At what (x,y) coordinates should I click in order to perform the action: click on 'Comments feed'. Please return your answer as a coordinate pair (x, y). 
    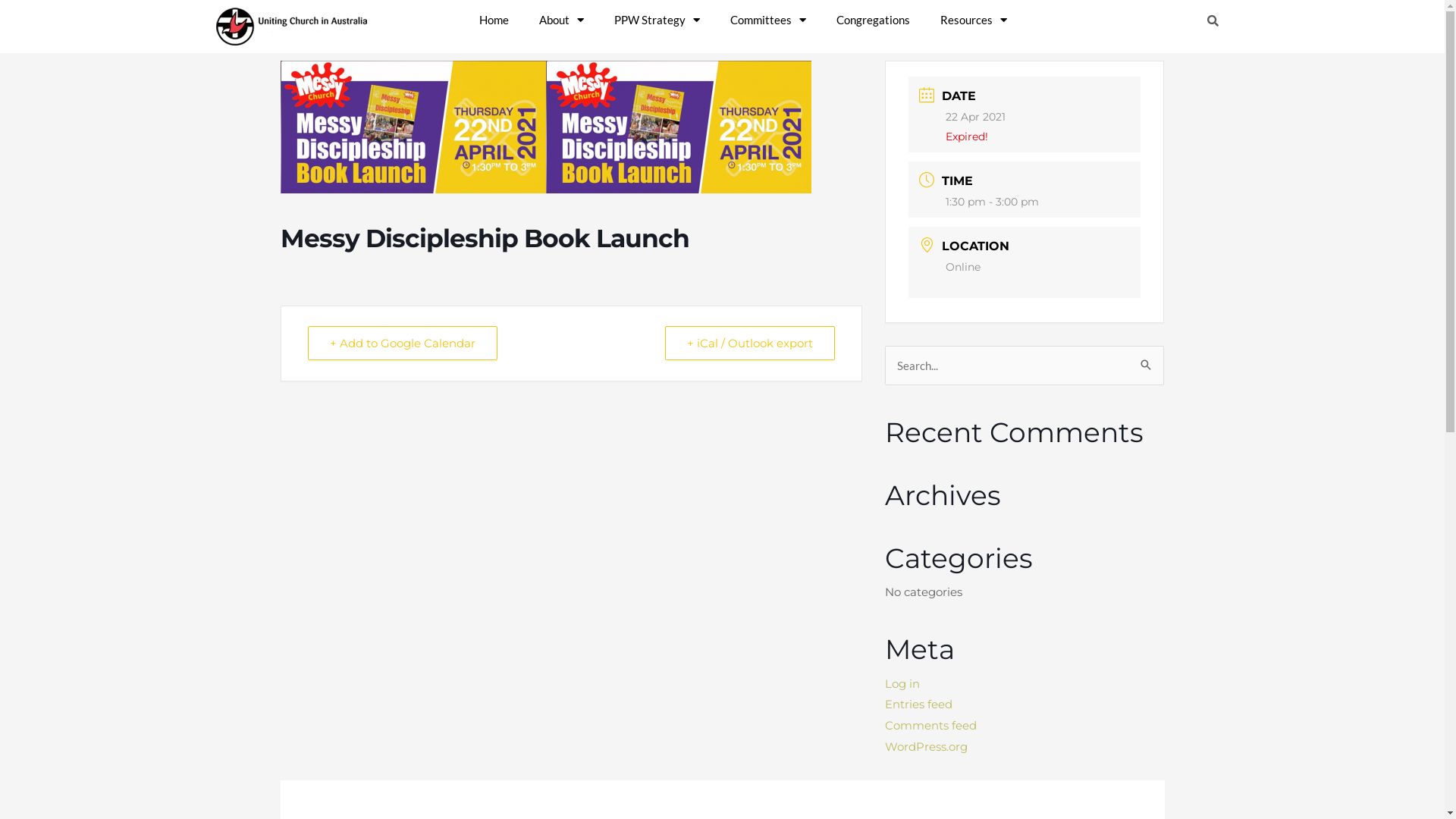
    Looking at the image, I should click on (930, 724).